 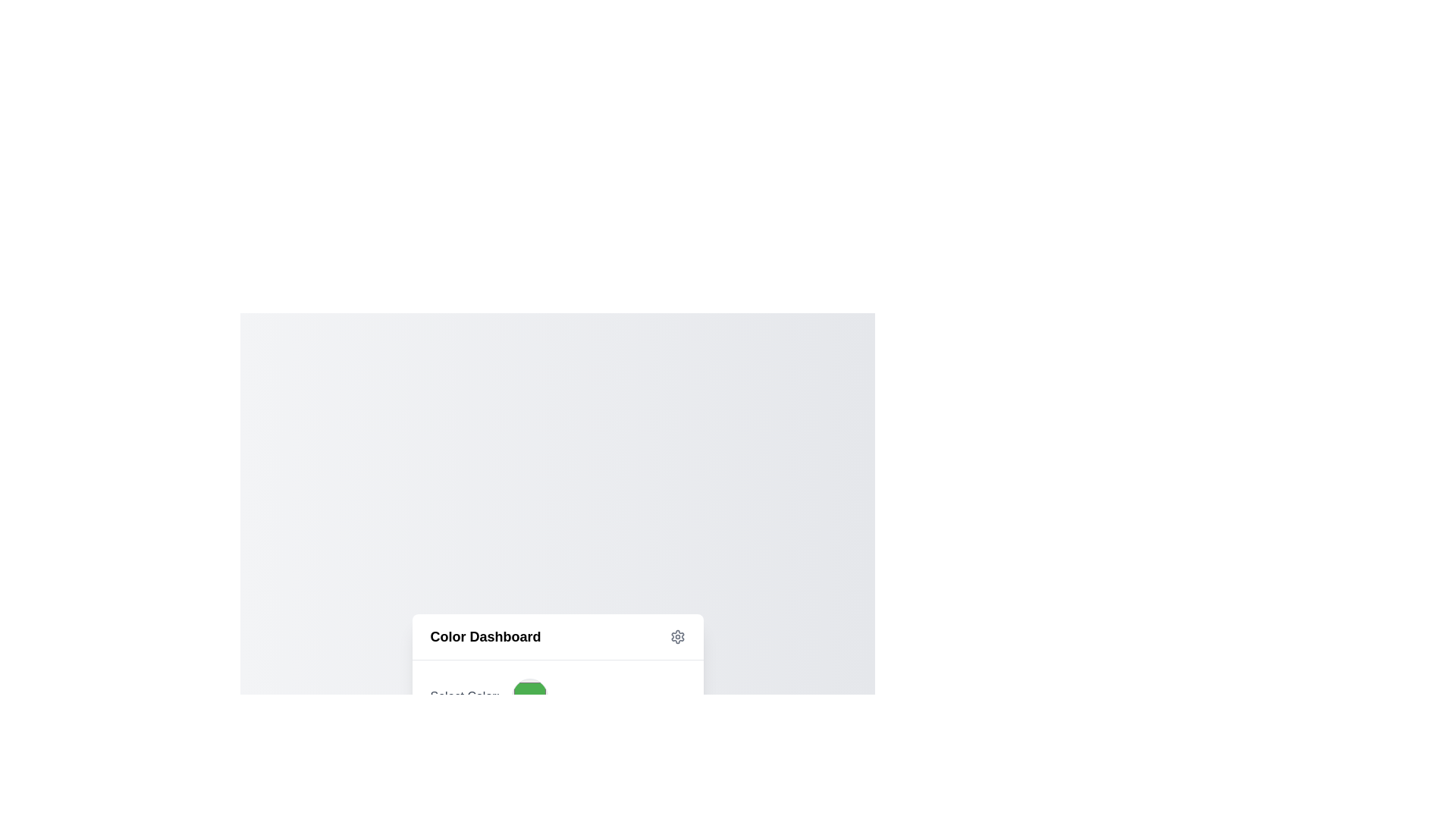 I want to click on the green circular Color Picker button for keyboard input, so click(x=530, y=696).